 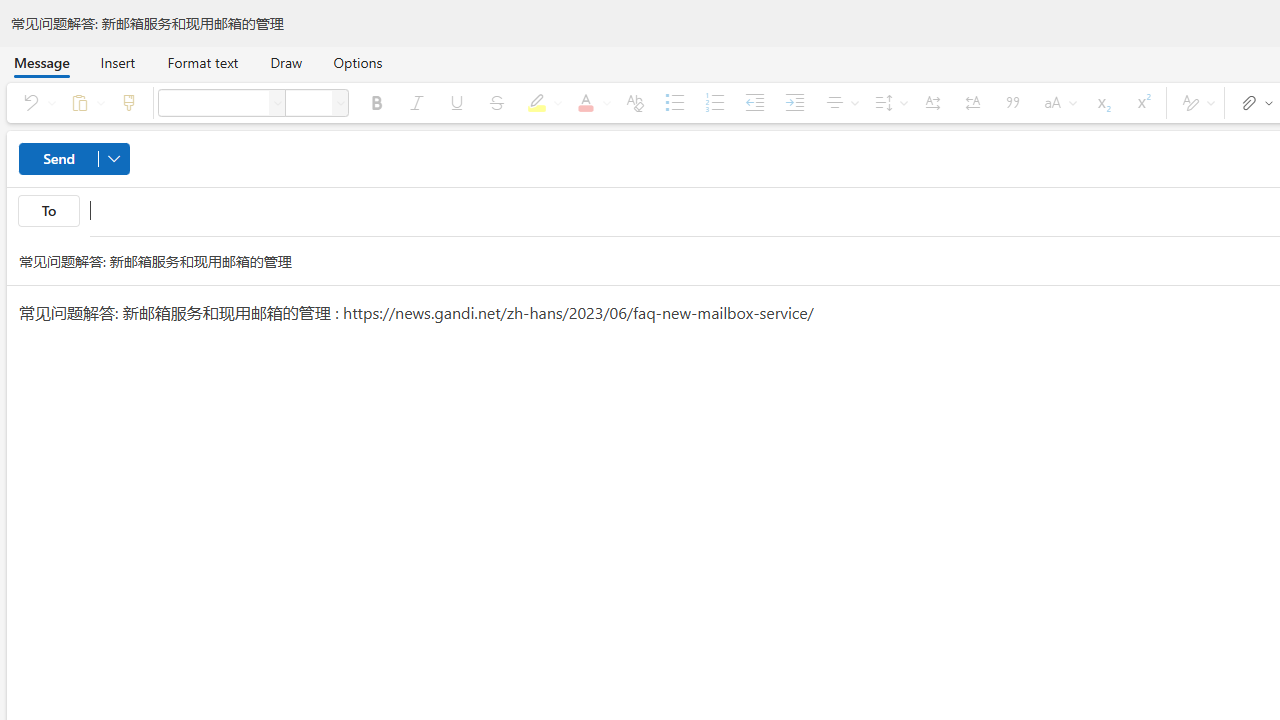 What do you see at coordinates (213, 102) in the screenshot?
I see `'Font'` at bounding box center [213, 102].